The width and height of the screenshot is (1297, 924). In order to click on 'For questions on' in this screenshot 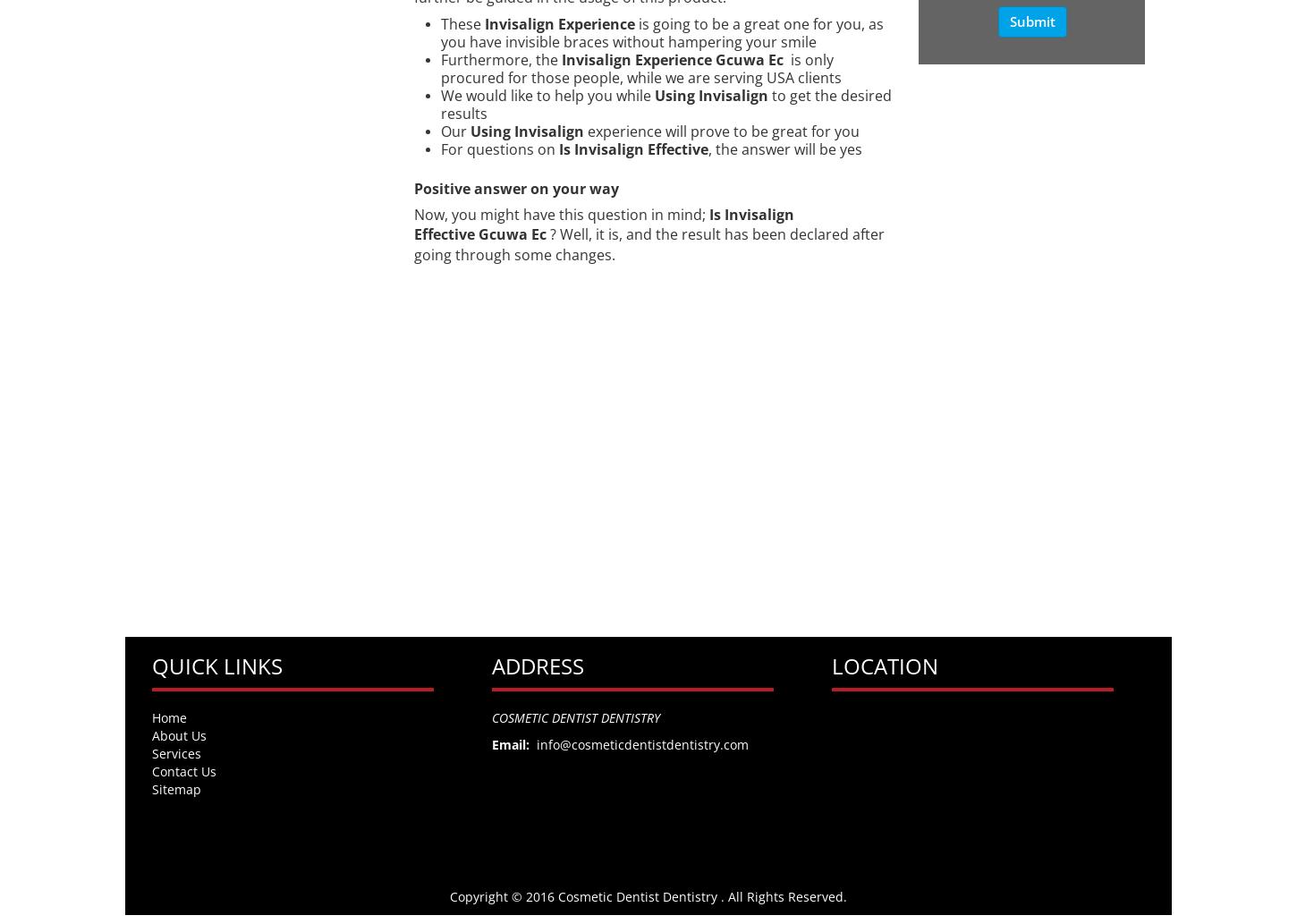, I will do `click(496, 148)`.